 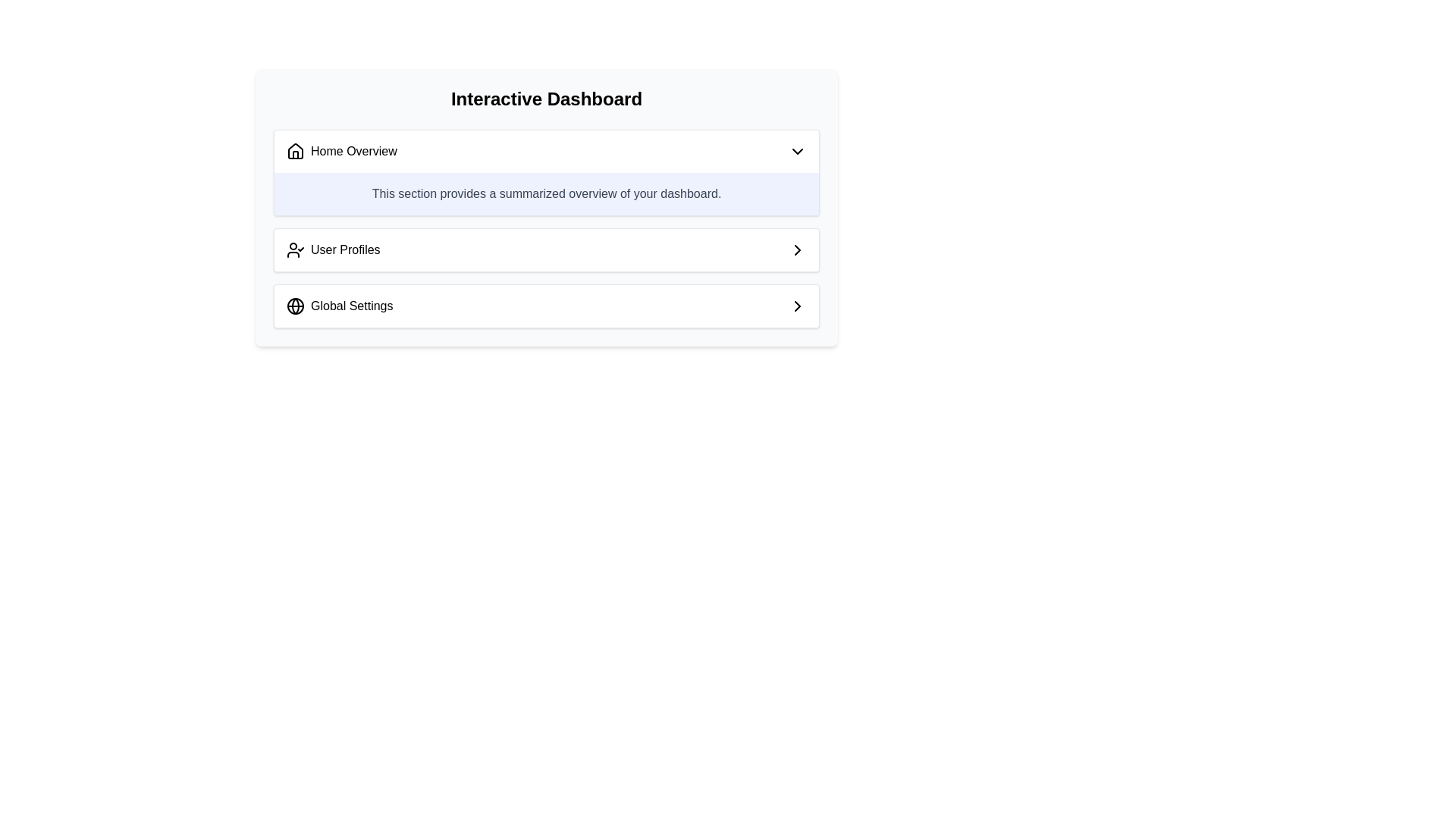 I want to click on the small black triangular chevron icon located in the 'User Profiles' section row, aligned to the right side, to trigger a tooltip or effect, so click(x=796, y=249).